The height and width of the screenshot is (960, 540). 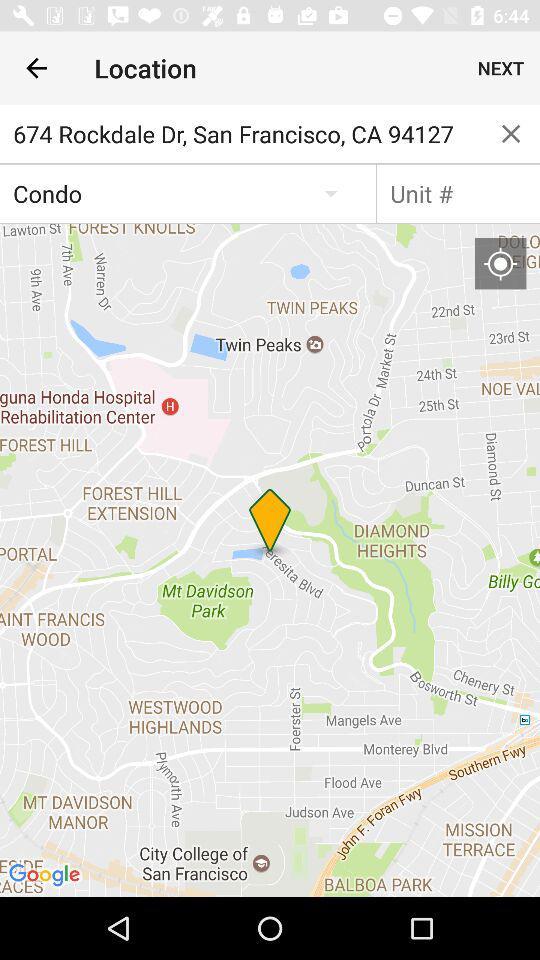 What do you see at coordinates (499, 262) in the screenshot?
I see `the location_crosshair icon` at bounding box center [499, 262].